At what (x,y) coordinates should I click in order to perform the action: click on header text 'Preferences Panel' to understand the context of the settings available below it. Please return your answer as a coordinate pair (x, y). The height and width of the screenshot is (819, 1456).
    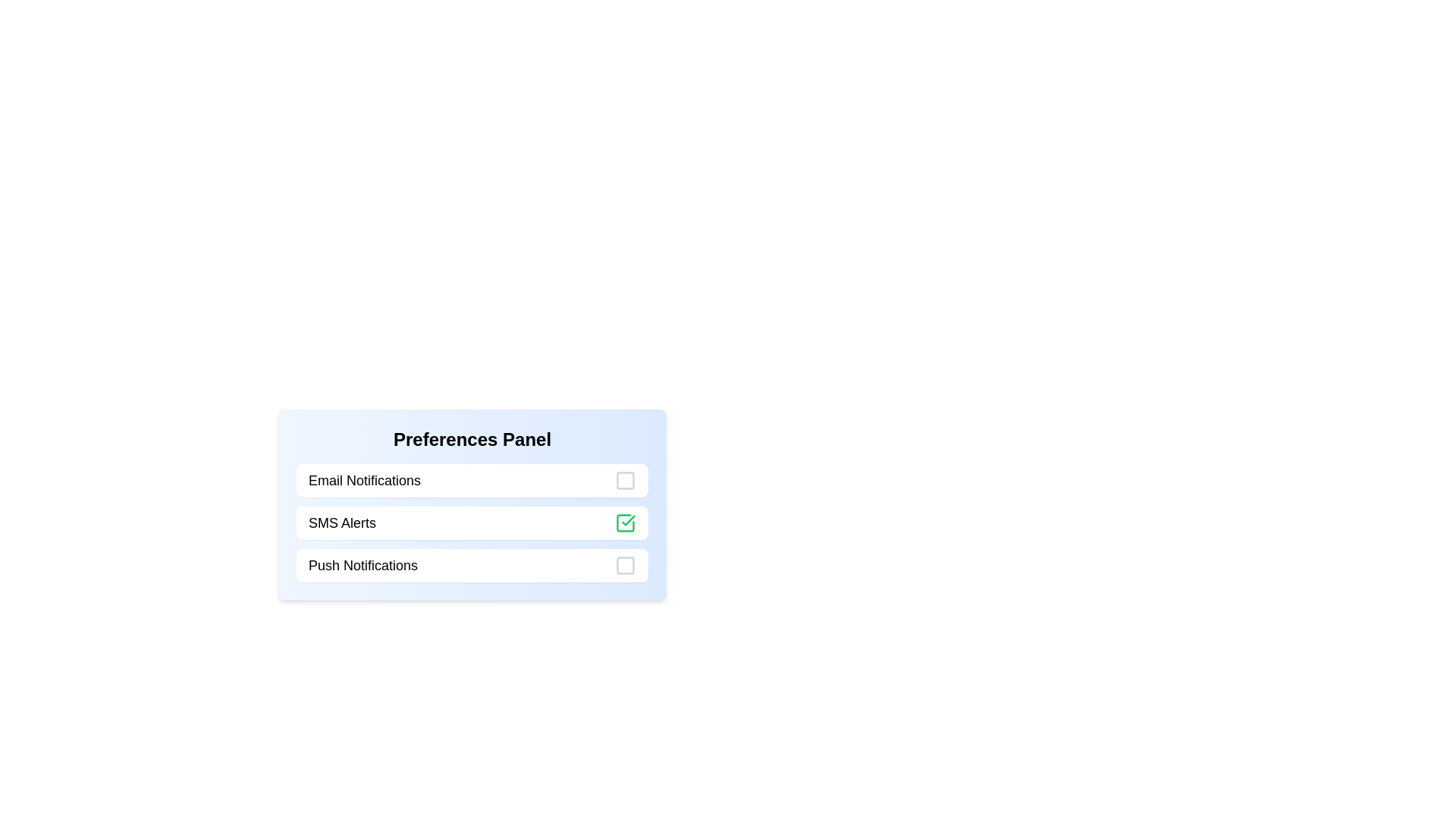
    Looking at the image, I should click on (472, 439).